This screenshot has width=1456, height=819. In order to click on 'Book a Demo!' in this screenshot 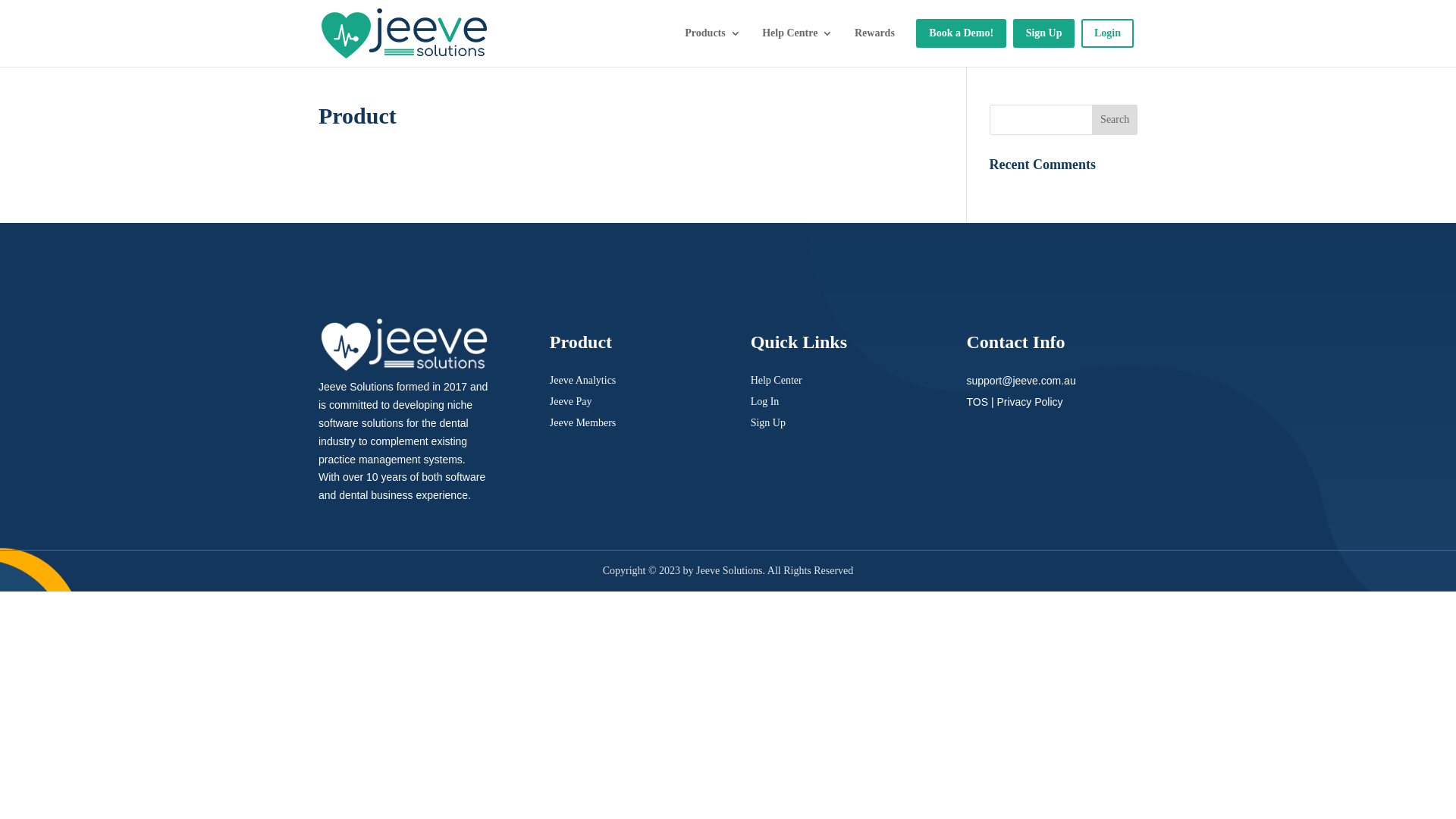, I will do `click(915, 33)`.